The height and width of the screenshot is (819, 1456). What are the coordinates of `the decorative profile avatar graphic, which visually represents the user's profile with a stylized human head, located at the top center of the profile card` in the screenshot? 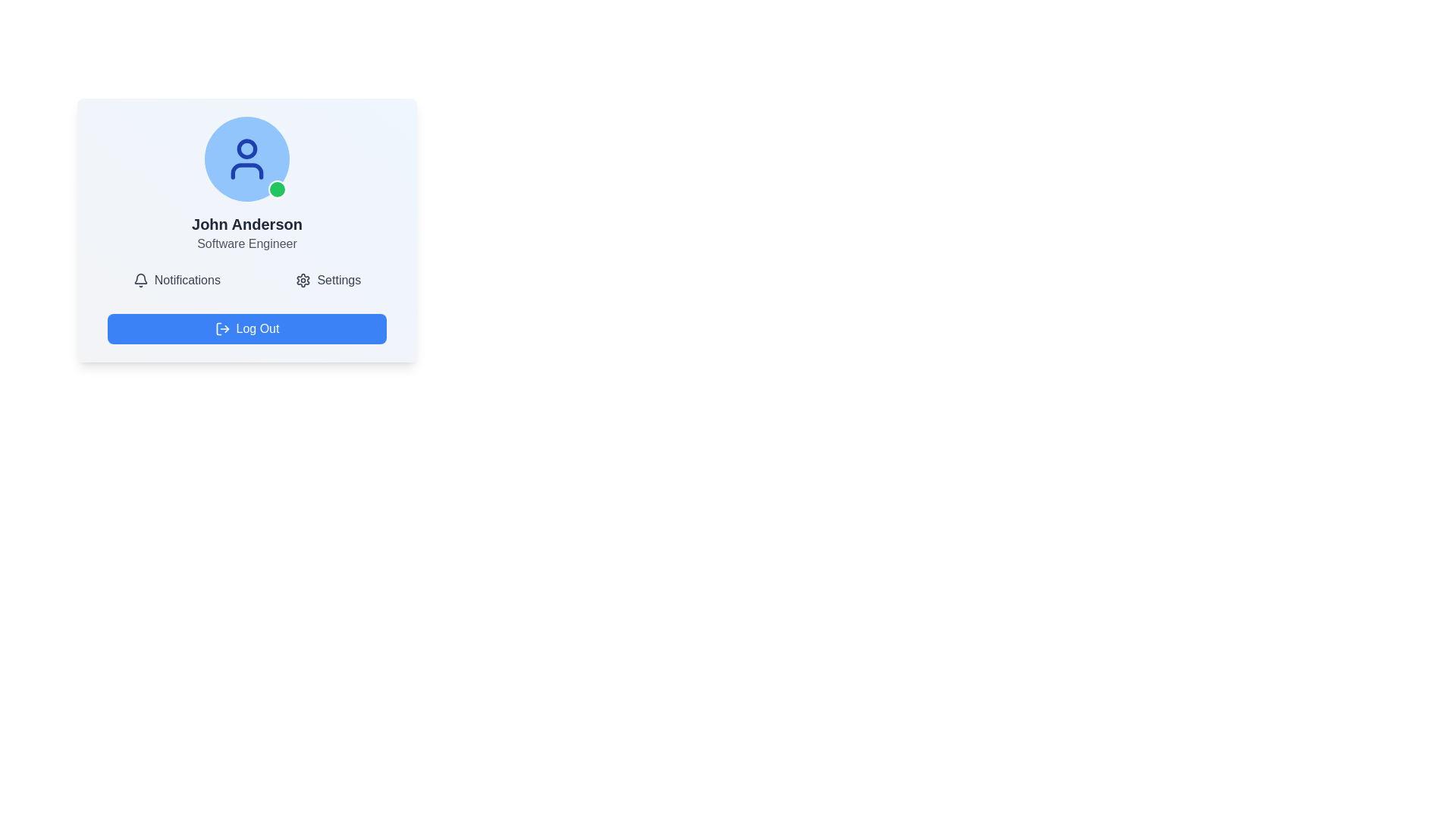 It's located at (247, 149).